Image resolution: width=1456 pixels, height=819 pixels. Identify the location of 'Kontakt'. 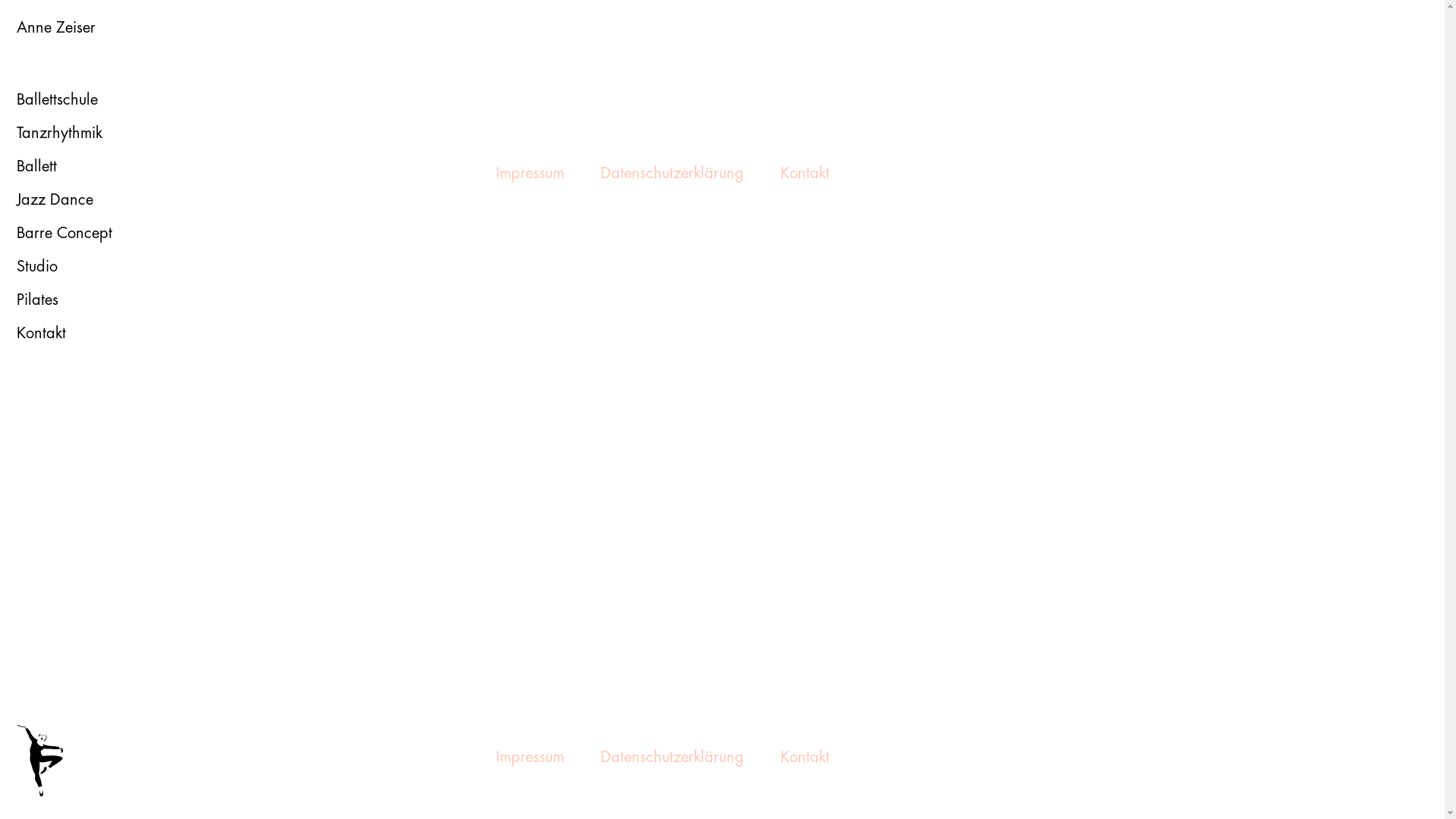
(804, 757).